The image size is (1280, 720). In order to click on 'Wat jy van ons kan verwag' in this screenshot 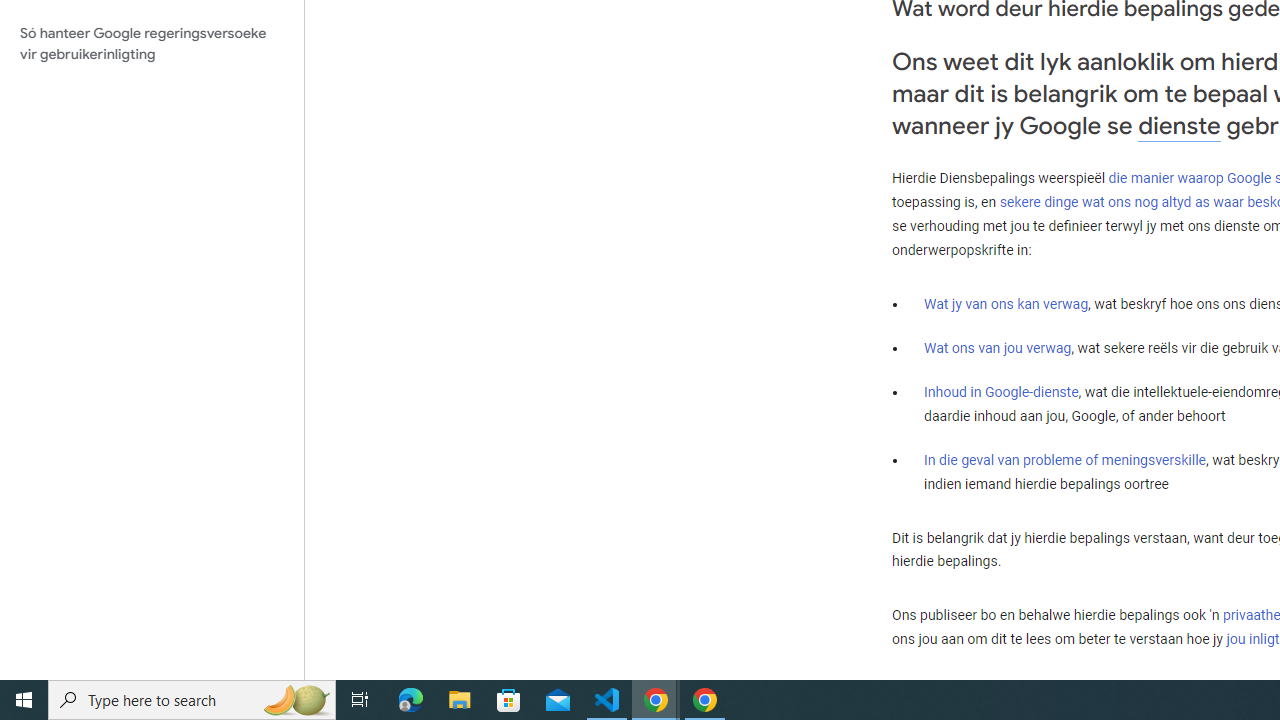, I will do `click(1006, 304)`.